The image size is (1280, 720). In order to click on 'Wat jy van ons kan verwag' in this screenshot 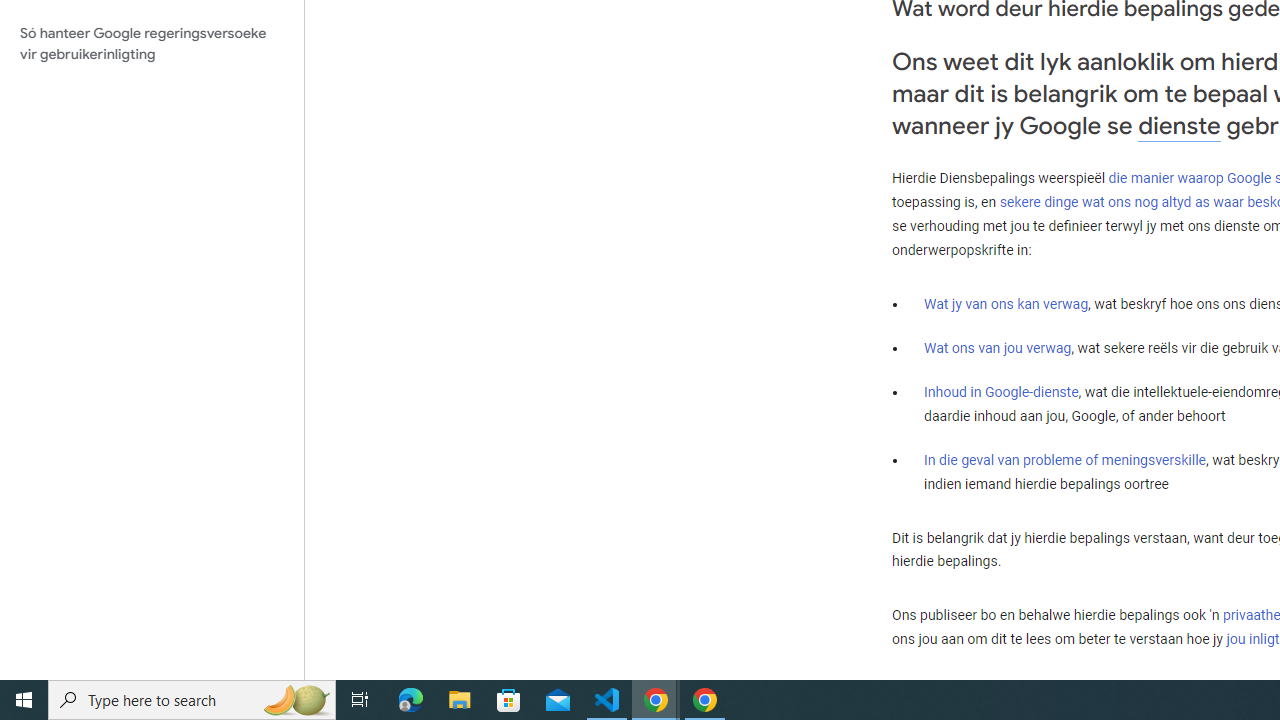, I will do `click(1006, 304)`.